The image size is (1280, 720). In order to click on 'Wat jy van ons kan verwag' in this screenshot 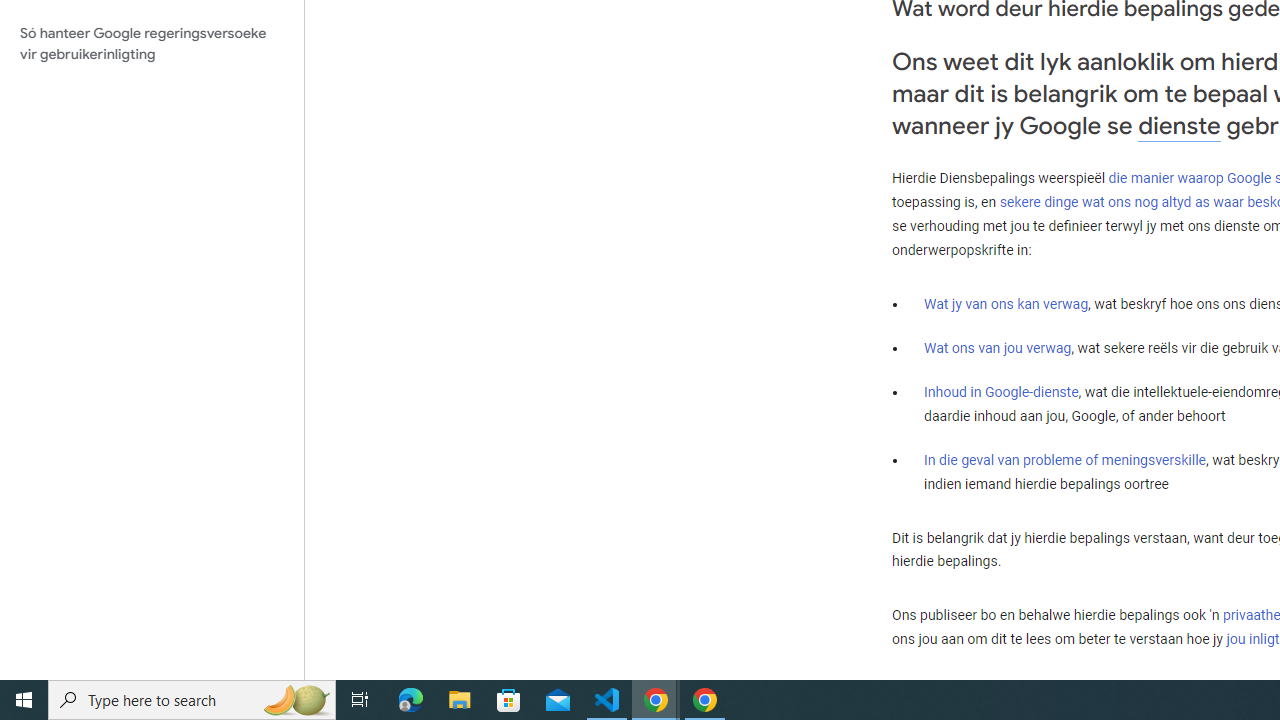, I will do `click(1006, 304)`.